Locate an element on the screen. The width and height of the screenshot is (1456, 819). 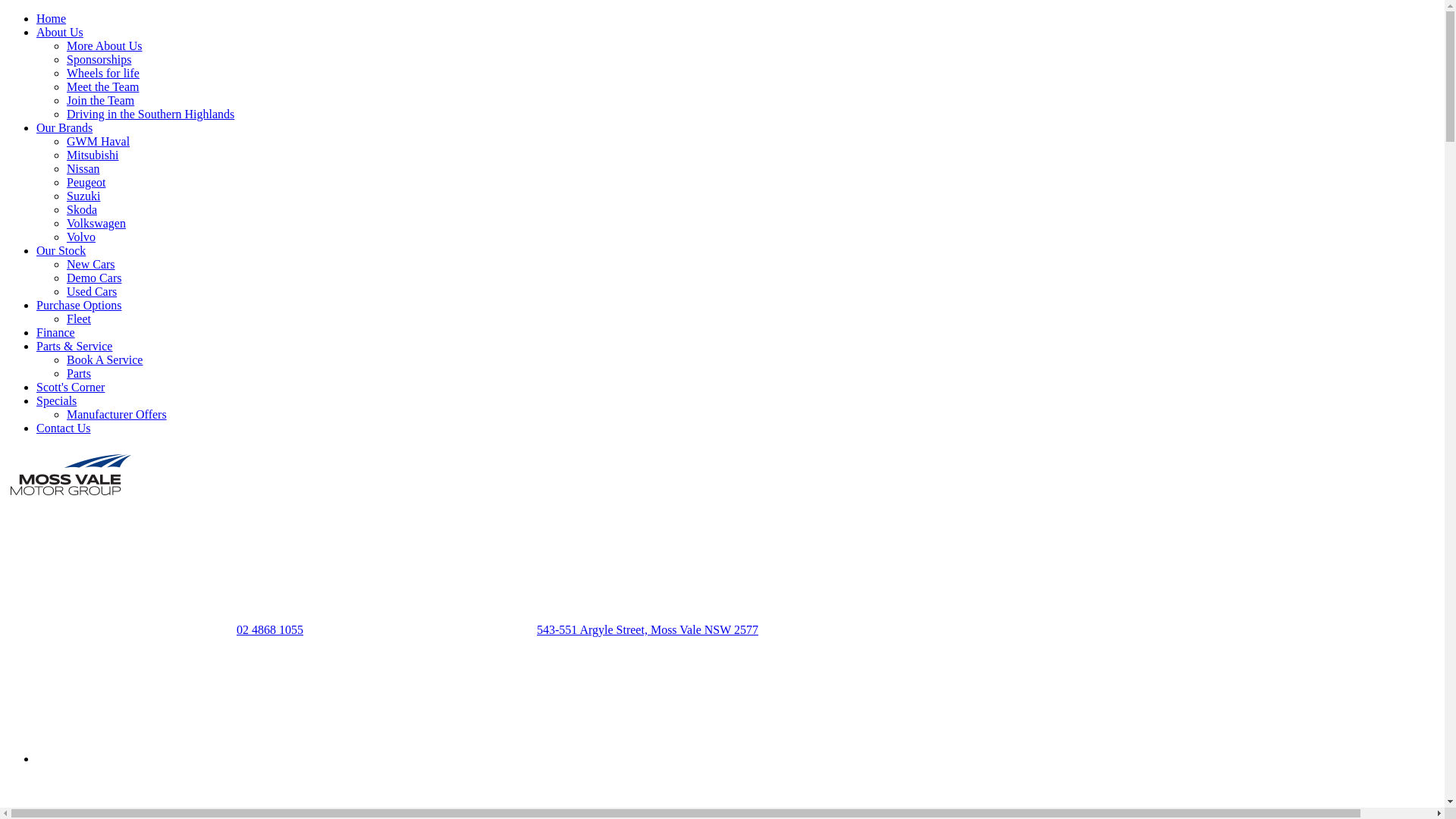
'Suzuki' is located at coordinates (83, 195).